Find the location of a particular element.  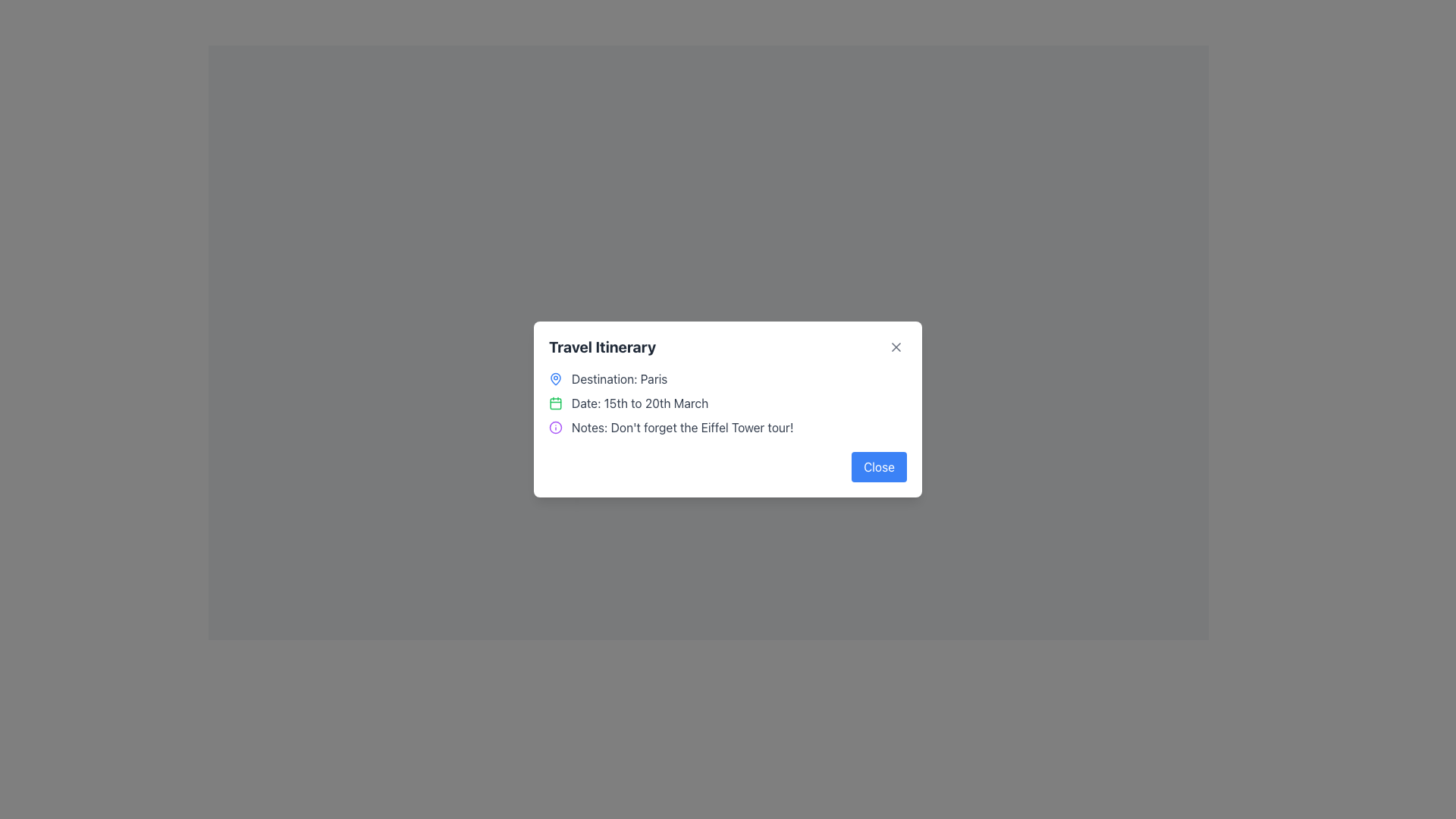

the close button located at the top-right corner of the 'Travel Itinerary' dialog box is located at coordinates (896, 347).